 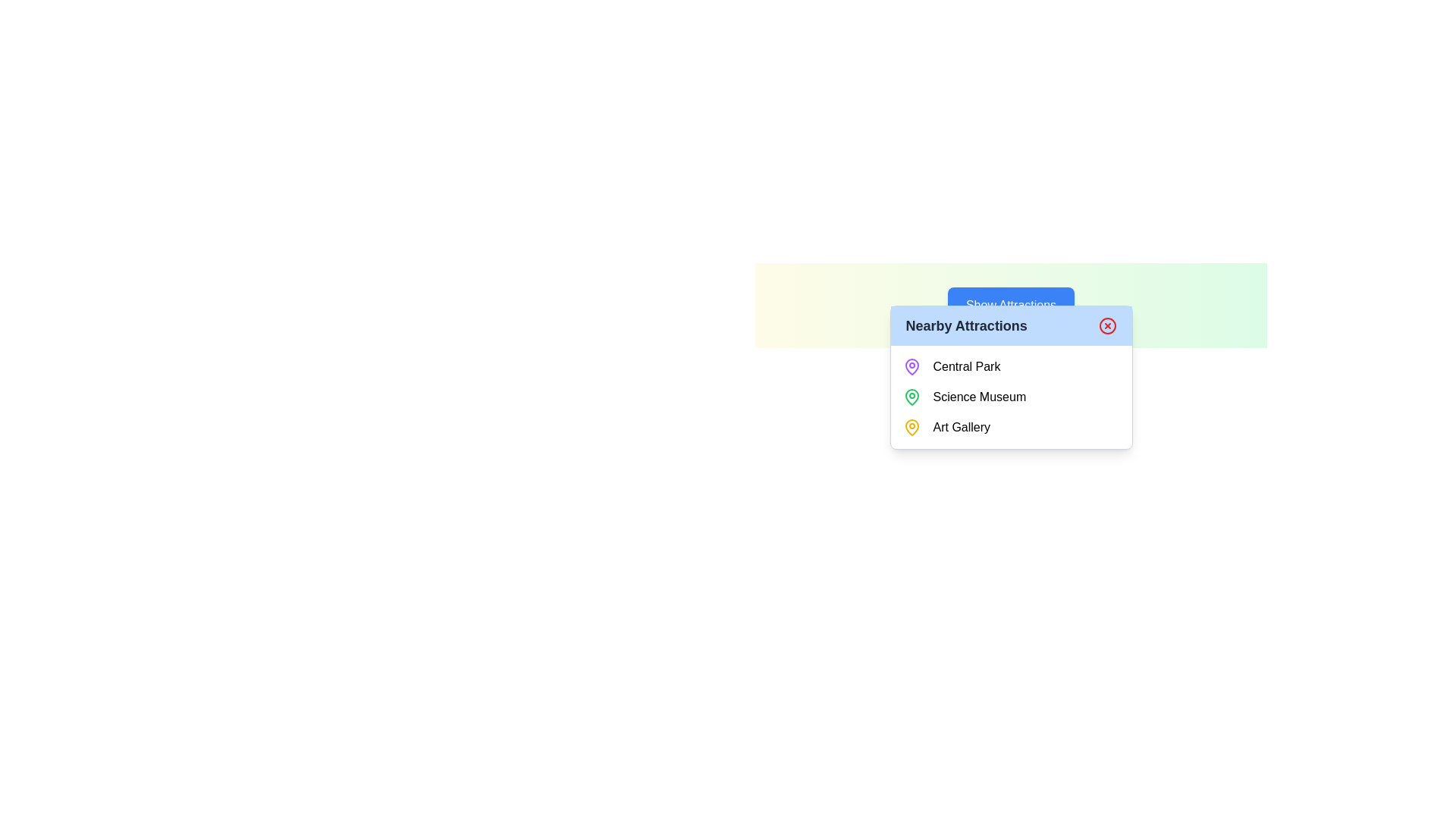 I want to click on title of the header that contains the close button for the section displaying nearby points of interest, so click(x=1011, y=325).